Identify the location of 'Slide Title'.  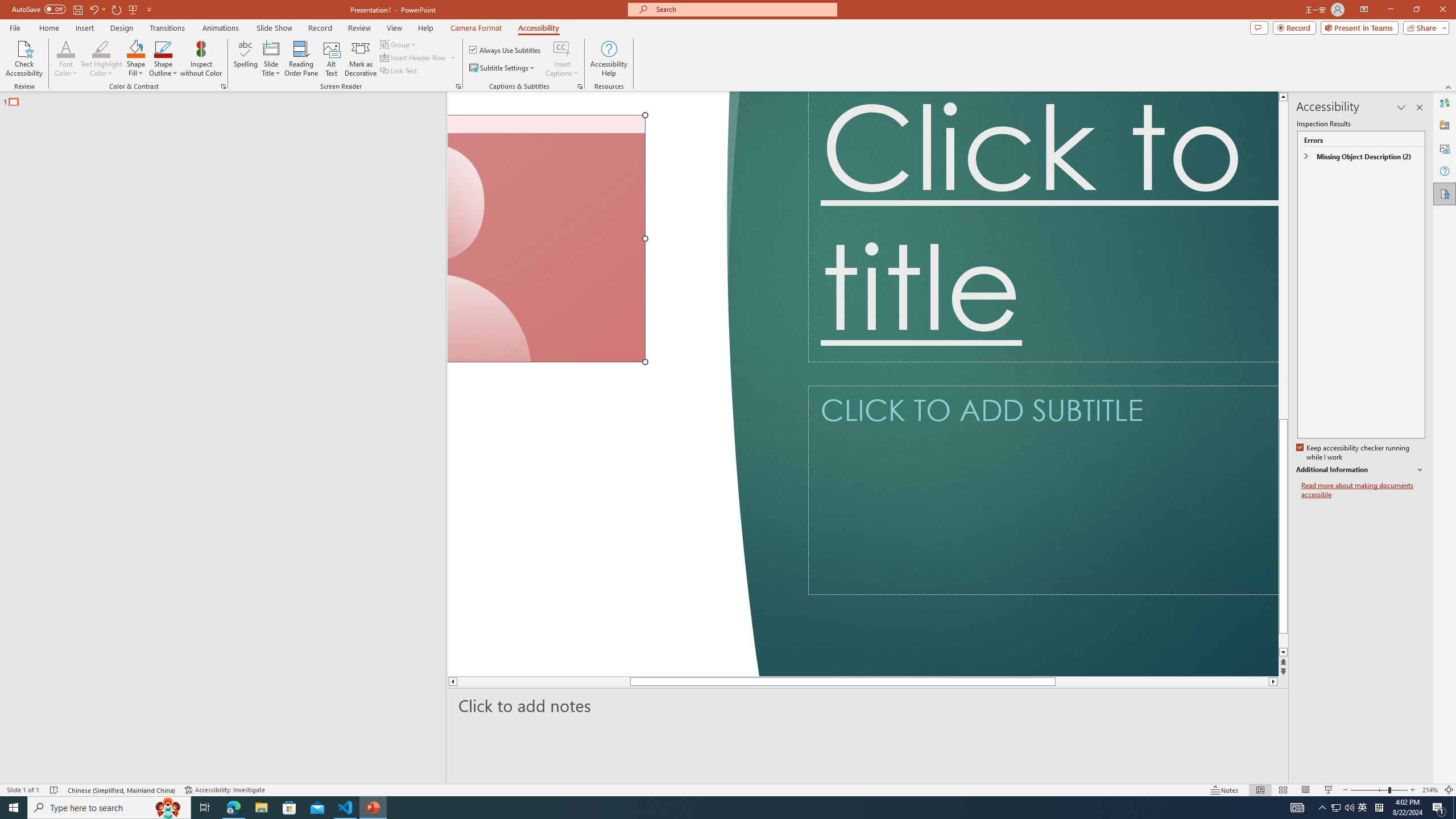
(271, 59).